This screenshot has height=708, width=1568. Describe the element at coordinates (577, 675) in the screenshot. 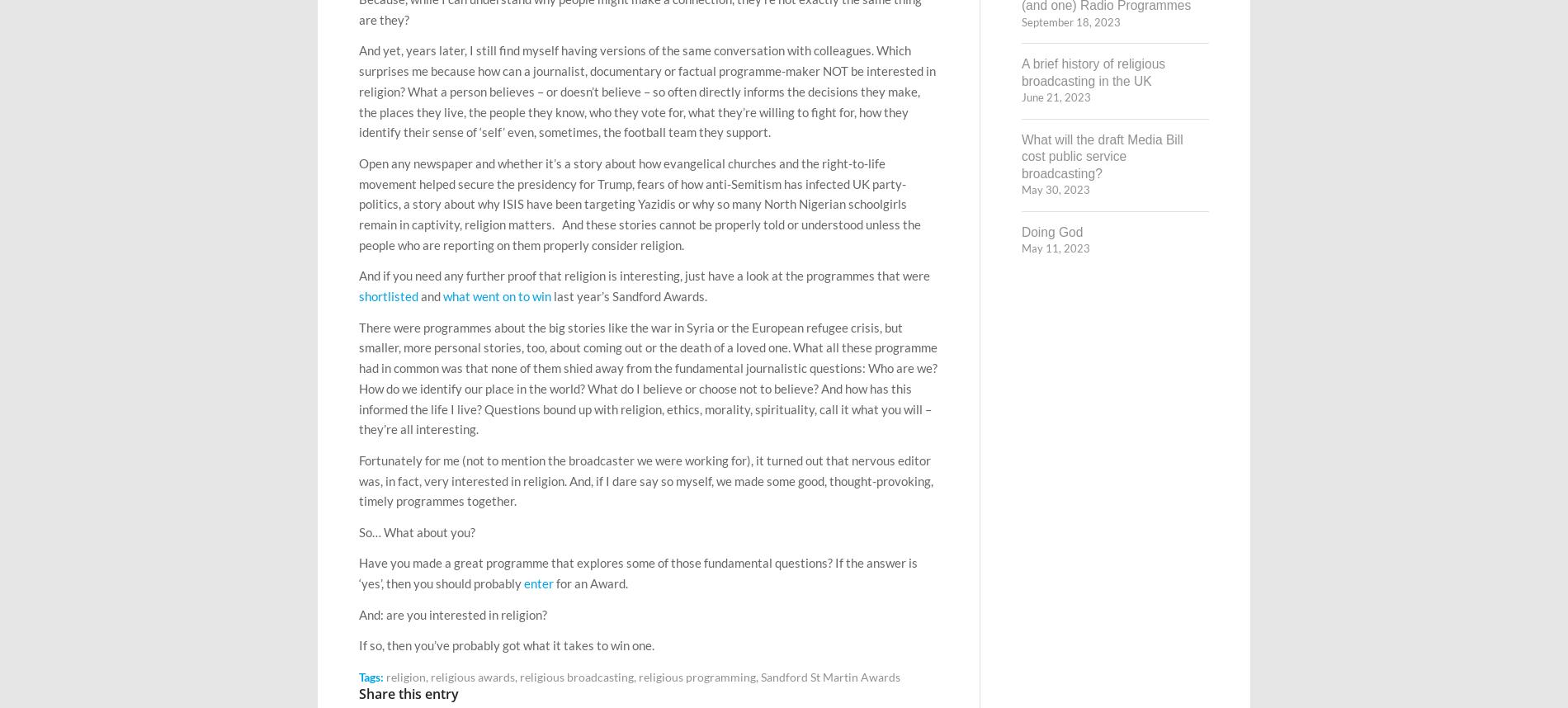

I see `'religious broadcasting'` at that location.